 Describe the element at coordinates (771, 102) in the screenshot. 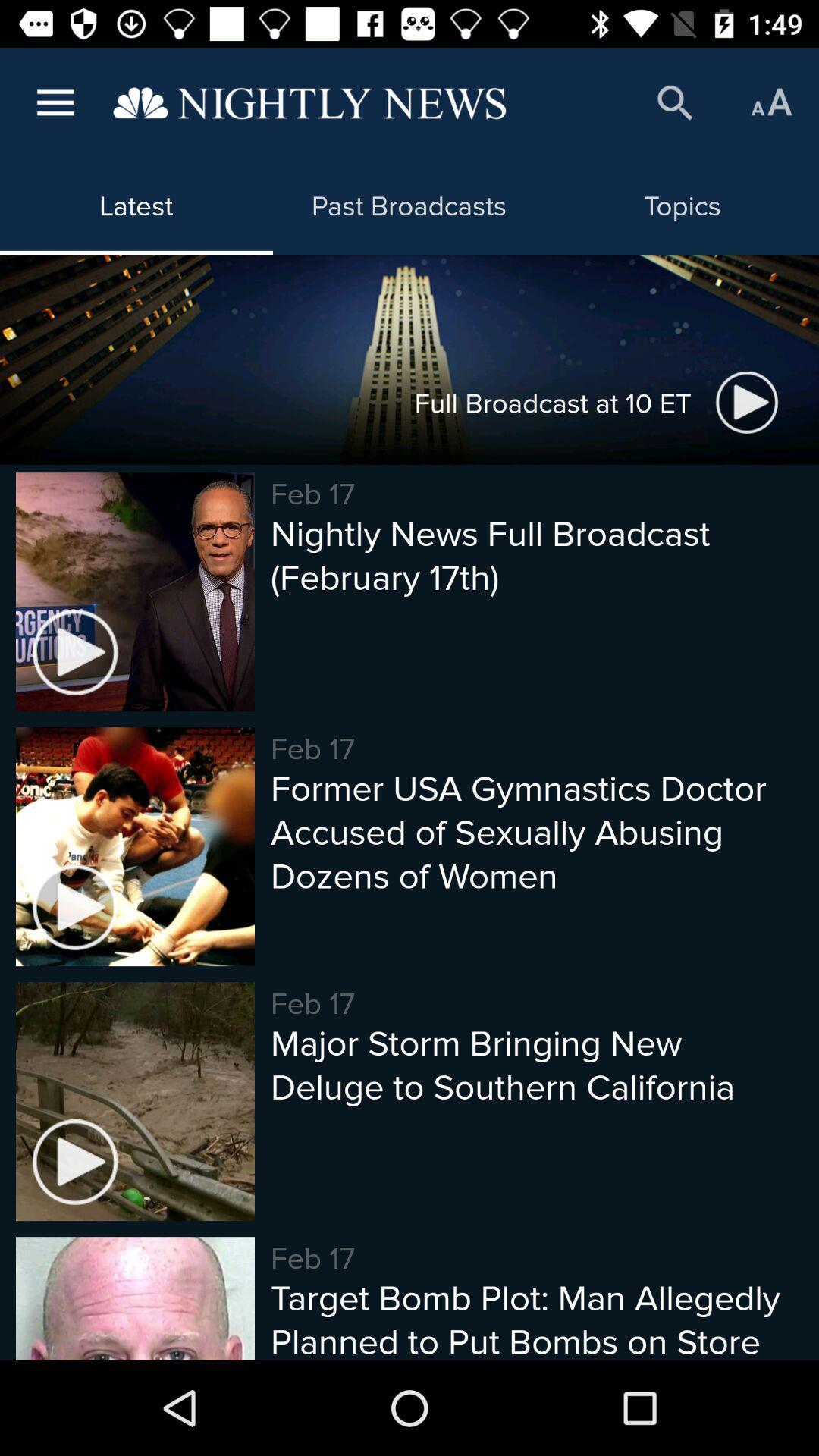

I see `the item above the topics icon` at that location.